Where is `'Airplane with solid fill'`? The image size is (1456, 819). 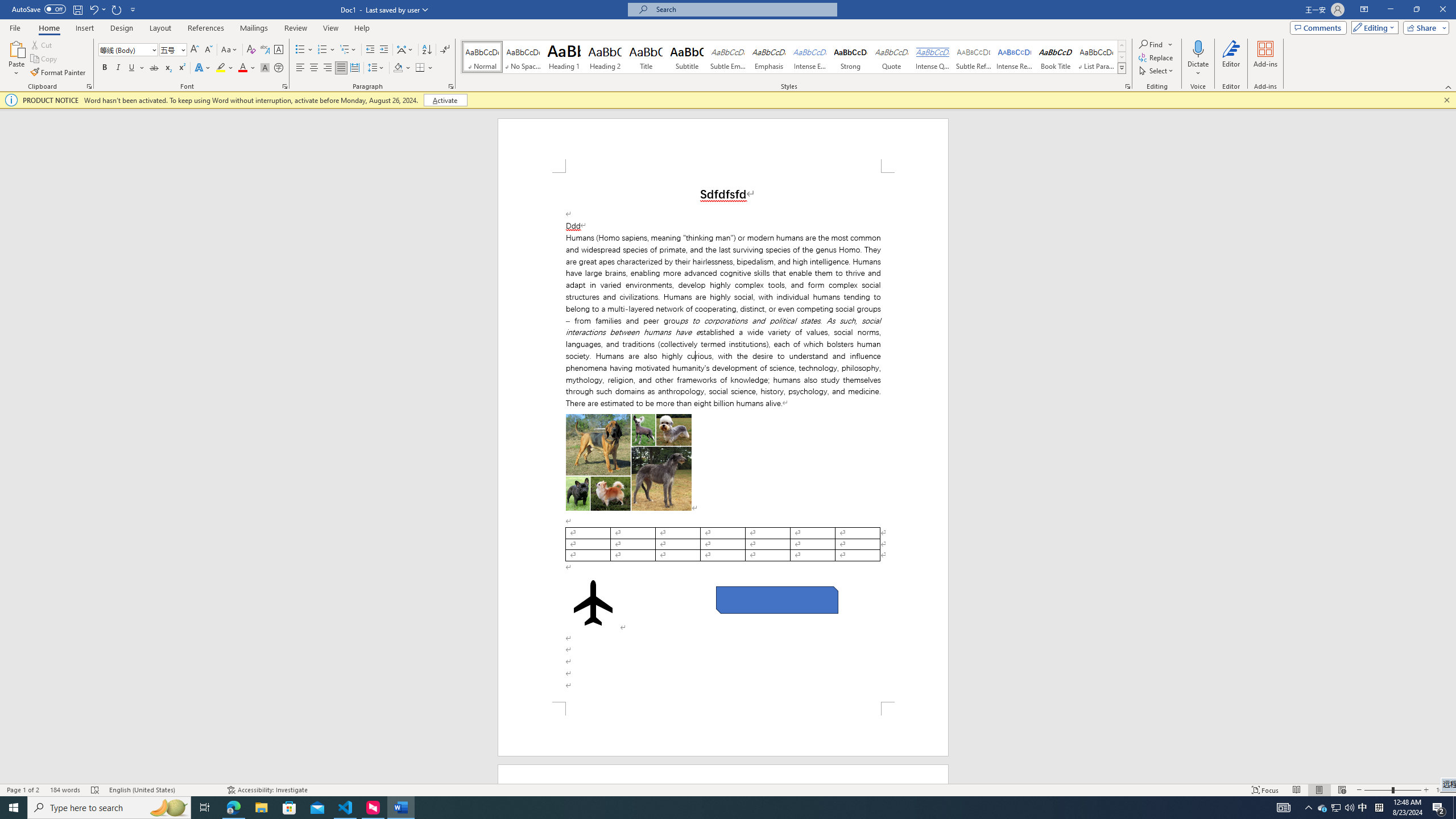 'Airplane with solid fill' is located at coordinates (593, 602).